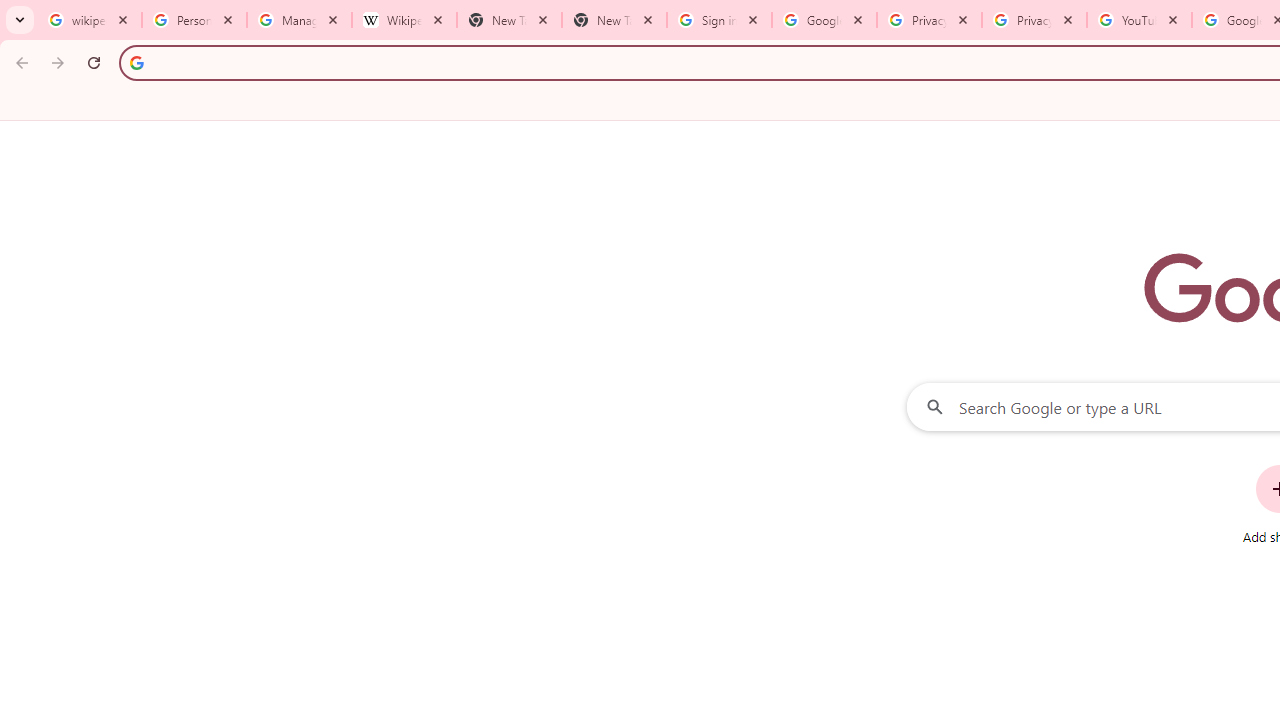  Describe the element at coordinates (194, 20) in the screenshot. I see `'Personalization & Google Search results - Google Search Help'` at that location.